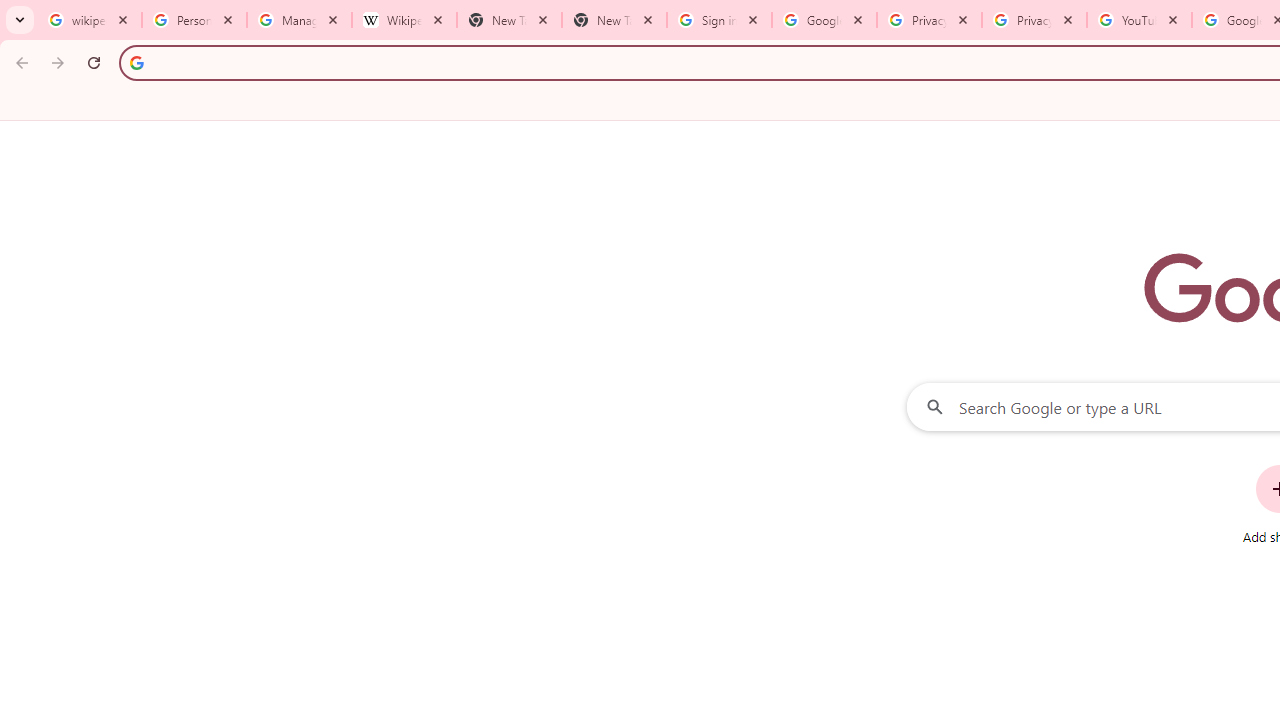  Describe the element at coordinates (194, 20) in the screenshot. I see `'Personalization & Google Search results - Google Search Help'` at that location.